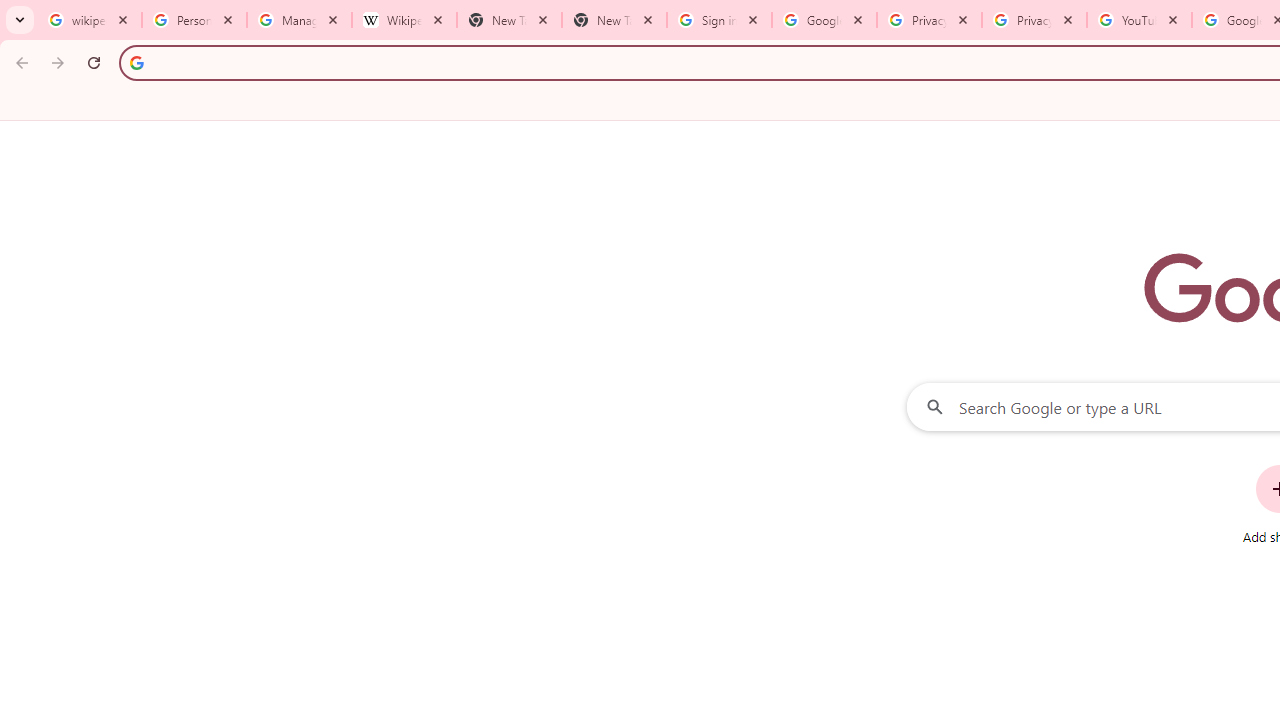  Describe the element at coordinates (194, 20) in the screenshot. I see `'Personalization & Google Search results - Google Search Help'` at that location.